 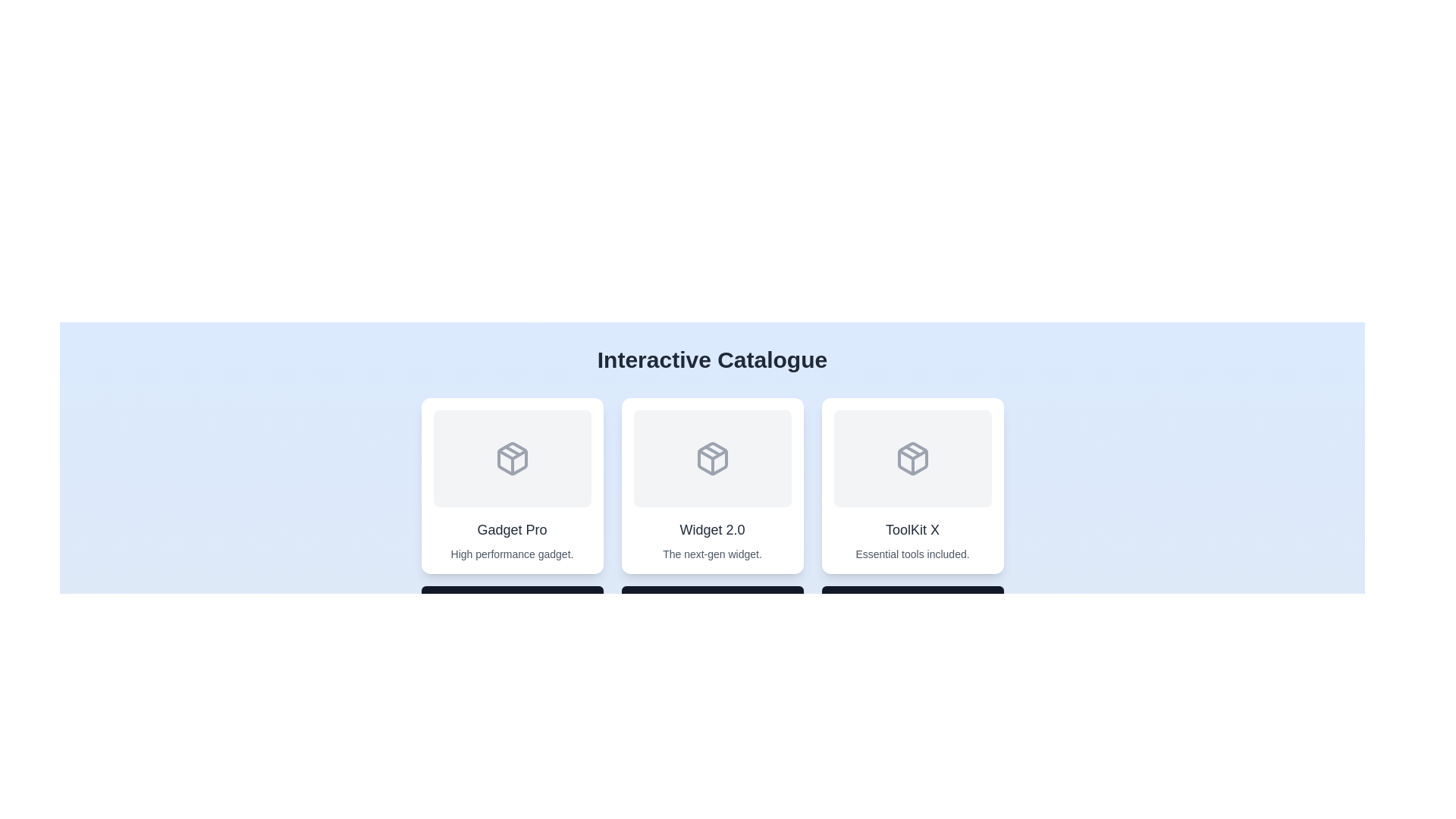 I want to click on the package icon within the card component of 'ToolKit X', which is the third card in a horizontal row, that has a light gray background and rounded corners, so click(x=912, y=458).